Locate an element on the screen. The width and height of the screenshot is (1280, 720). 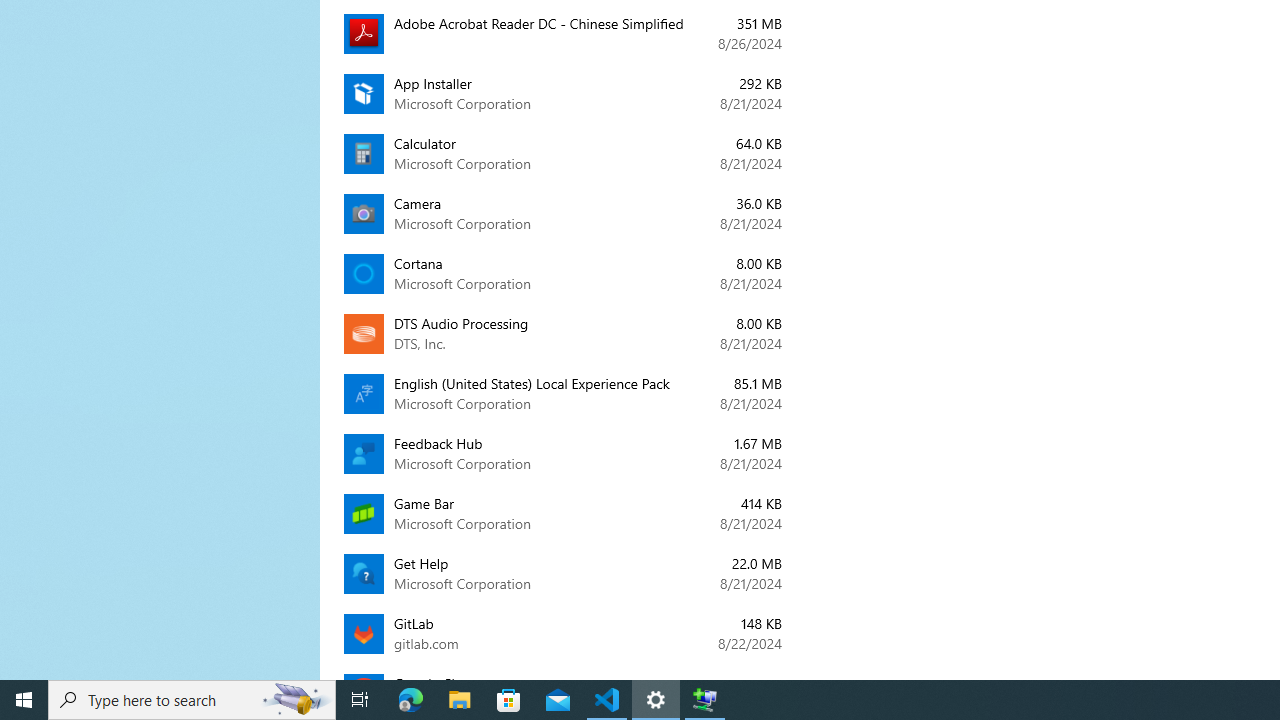
'Visual Studio Code - 1 running window' is located at coordinates (606, 698).